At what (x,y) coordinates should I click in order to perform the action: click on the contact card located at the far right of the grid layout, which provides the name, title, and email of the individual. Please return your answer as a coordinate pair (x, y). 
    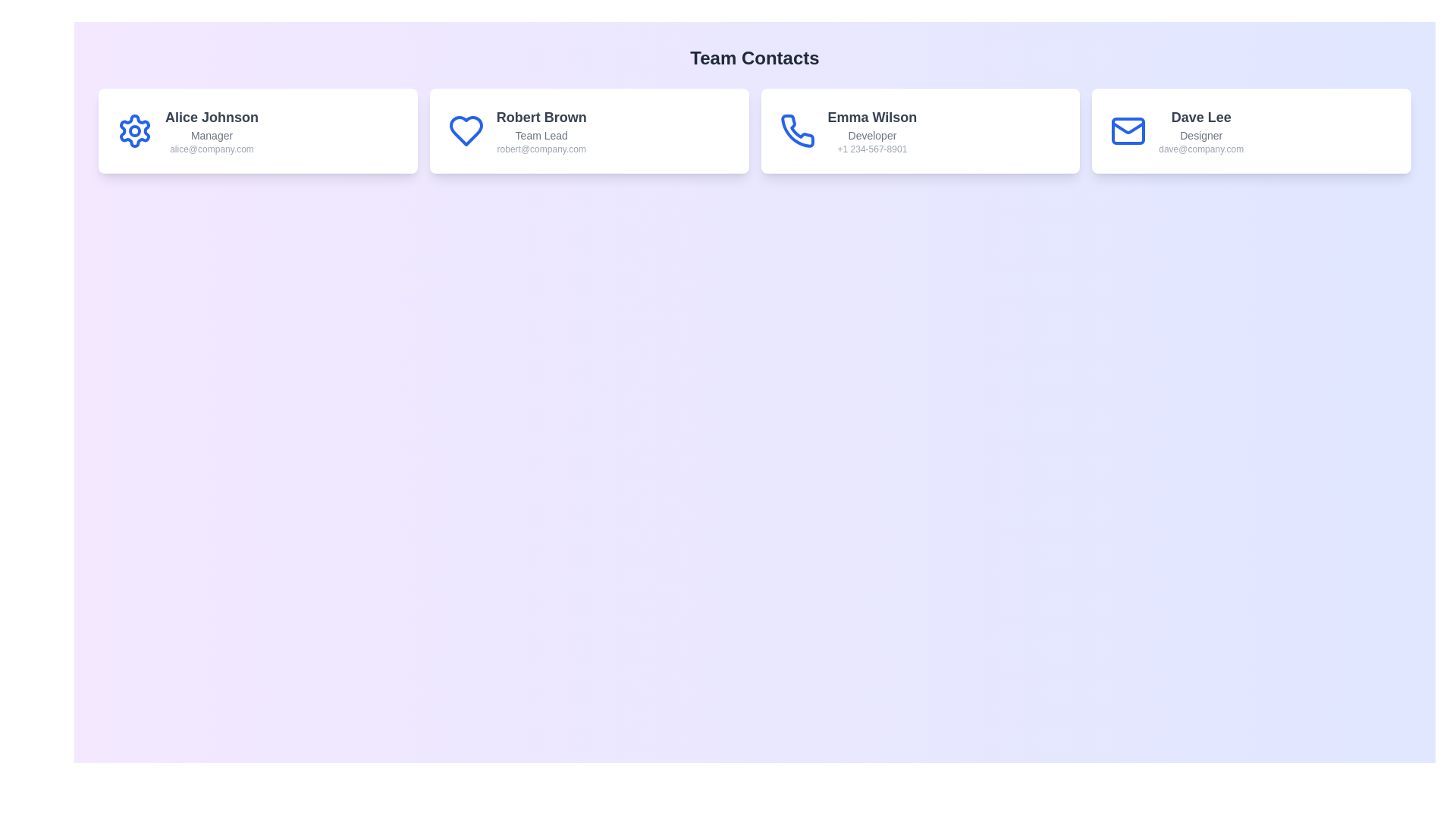
    Looking at the image, I should click on (1251, 130).